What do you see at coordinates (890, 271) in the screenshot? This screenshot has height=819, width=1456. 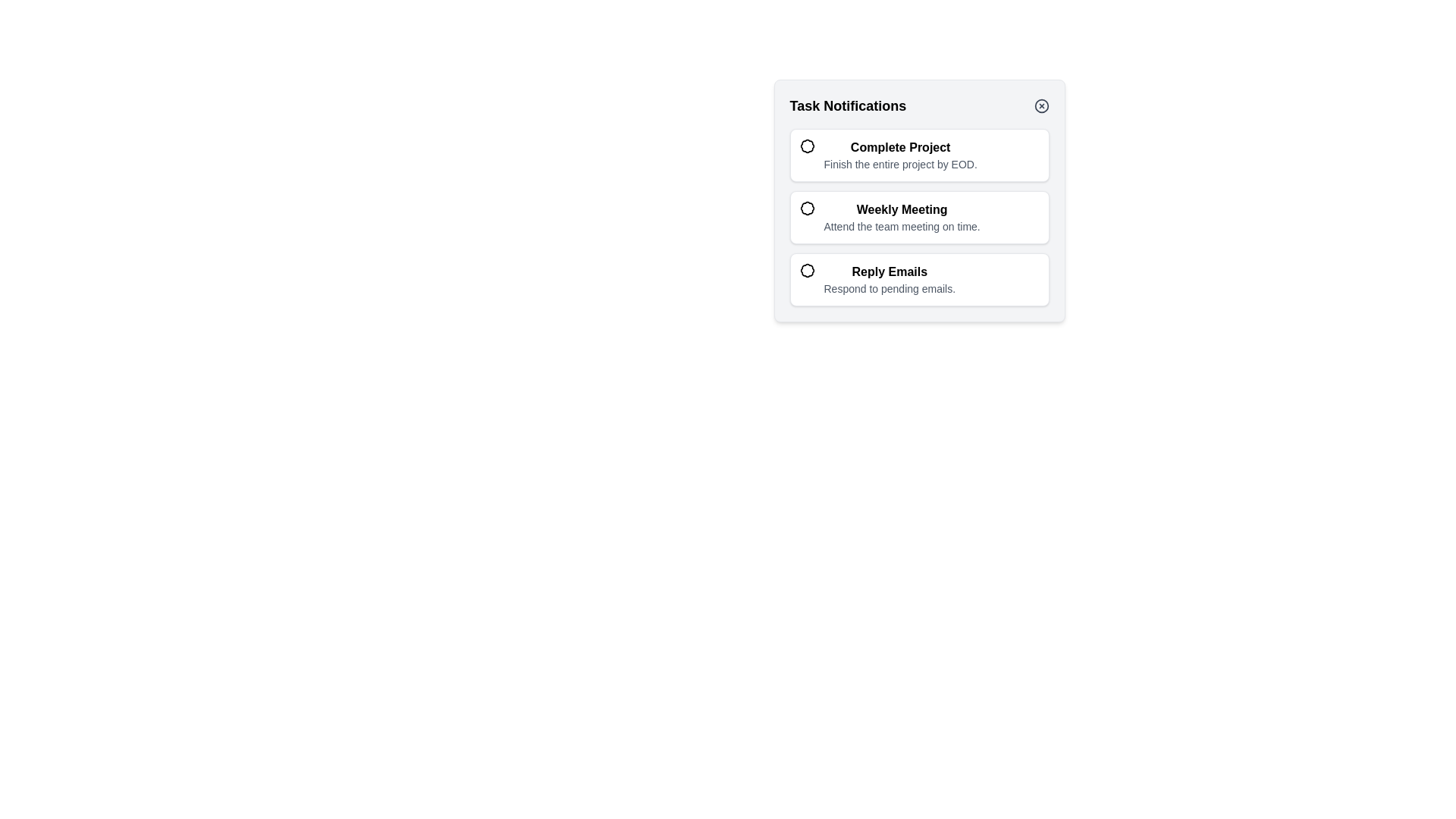 I see `the Text Label that serves as a title for a task notification, positioned centrally in the task list interface` at bounding box center [890, 271].